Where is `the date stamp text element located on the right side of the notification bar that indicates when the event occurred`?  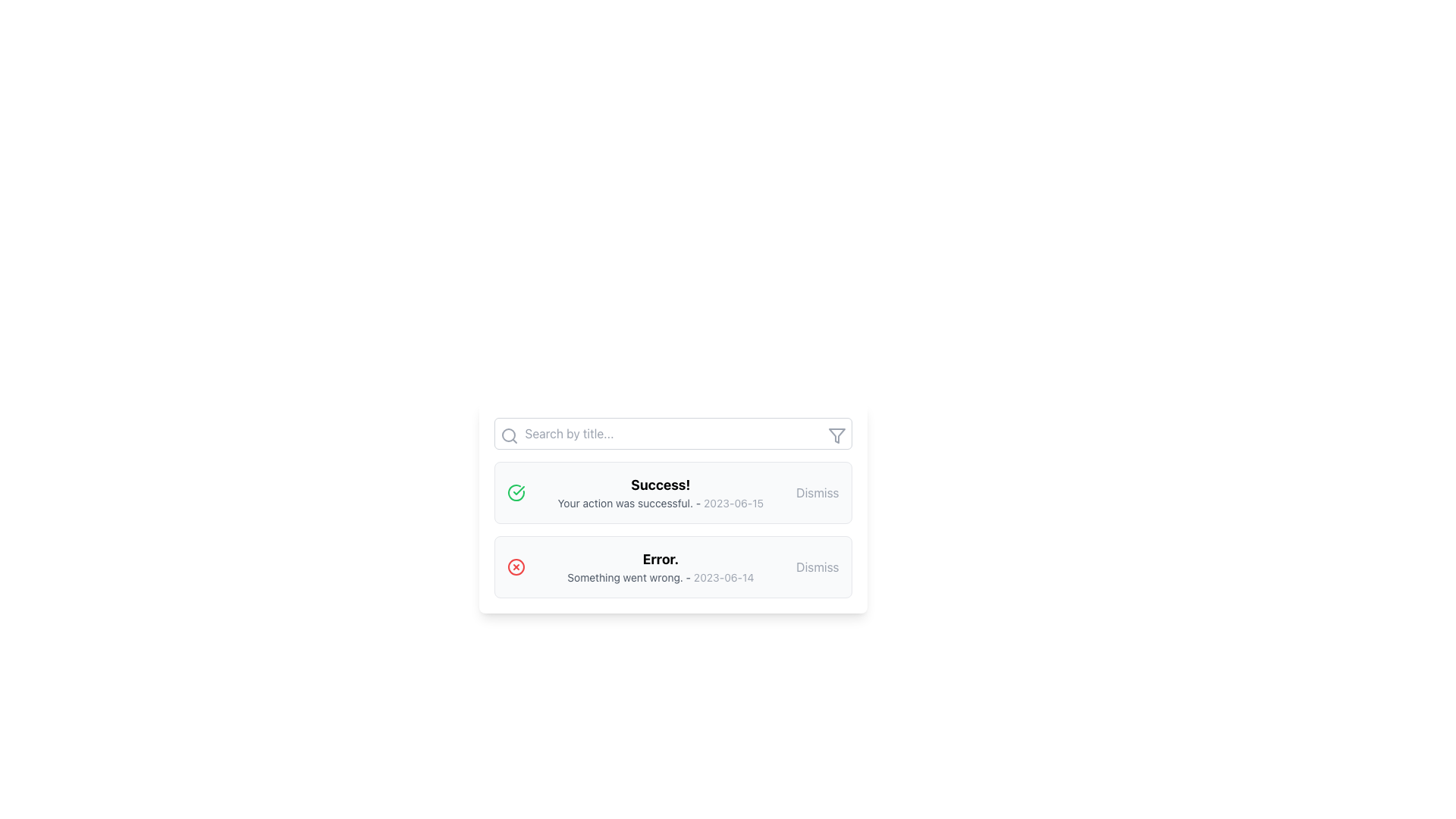 the date stamp text element located on the right side of the notification bar that indicates when the event occurred is located at coordinates (723, 577).